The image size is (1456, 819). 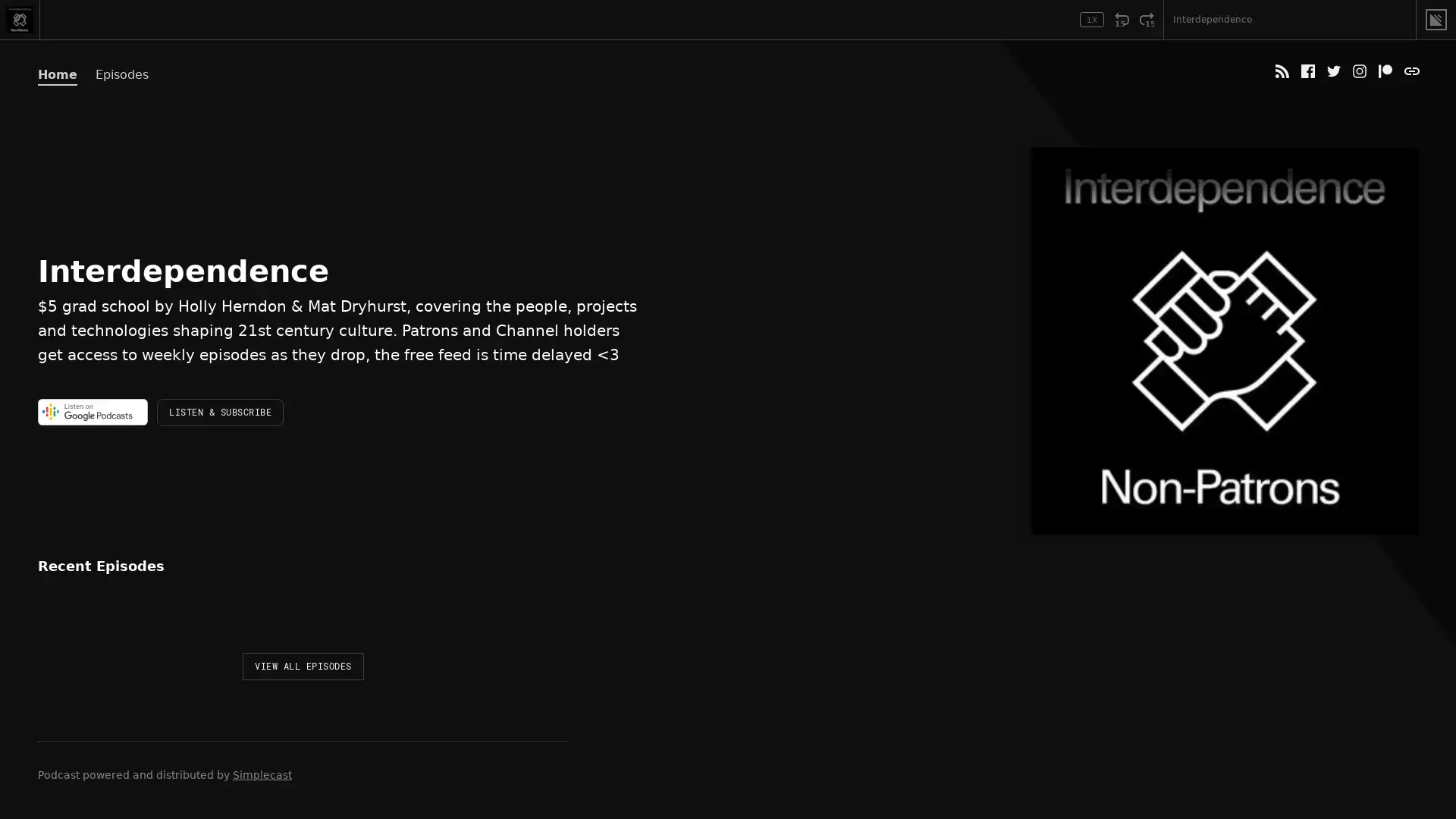 What do you see at coordinates (55, 629) in the screenshot?
I see `Play` at bounding box center [55, 629].